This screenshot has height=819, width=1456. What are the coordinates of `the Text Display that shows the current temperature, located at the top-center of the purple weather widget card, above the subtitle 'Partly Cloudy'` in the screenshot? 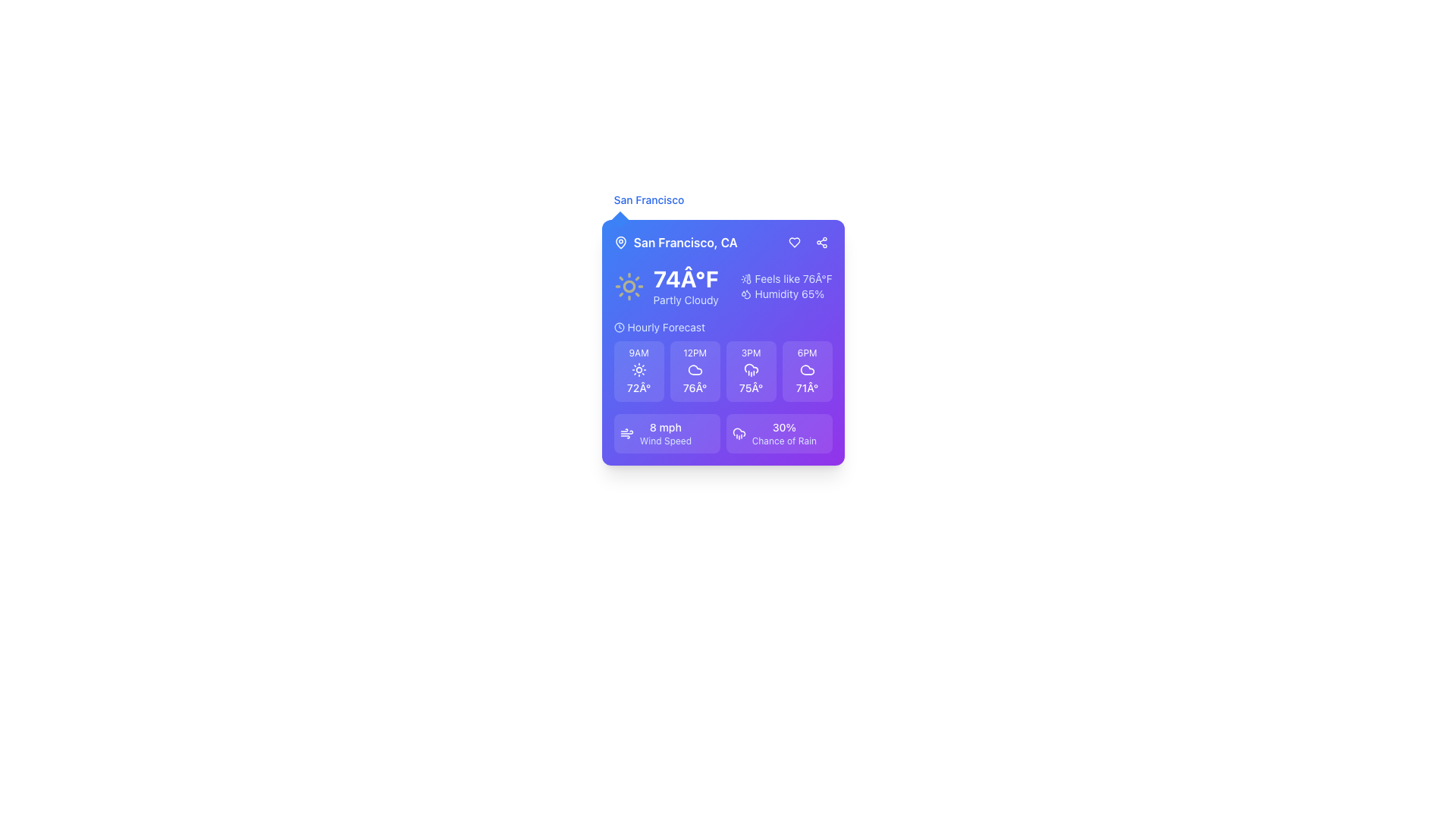 It's located at (685, 278).